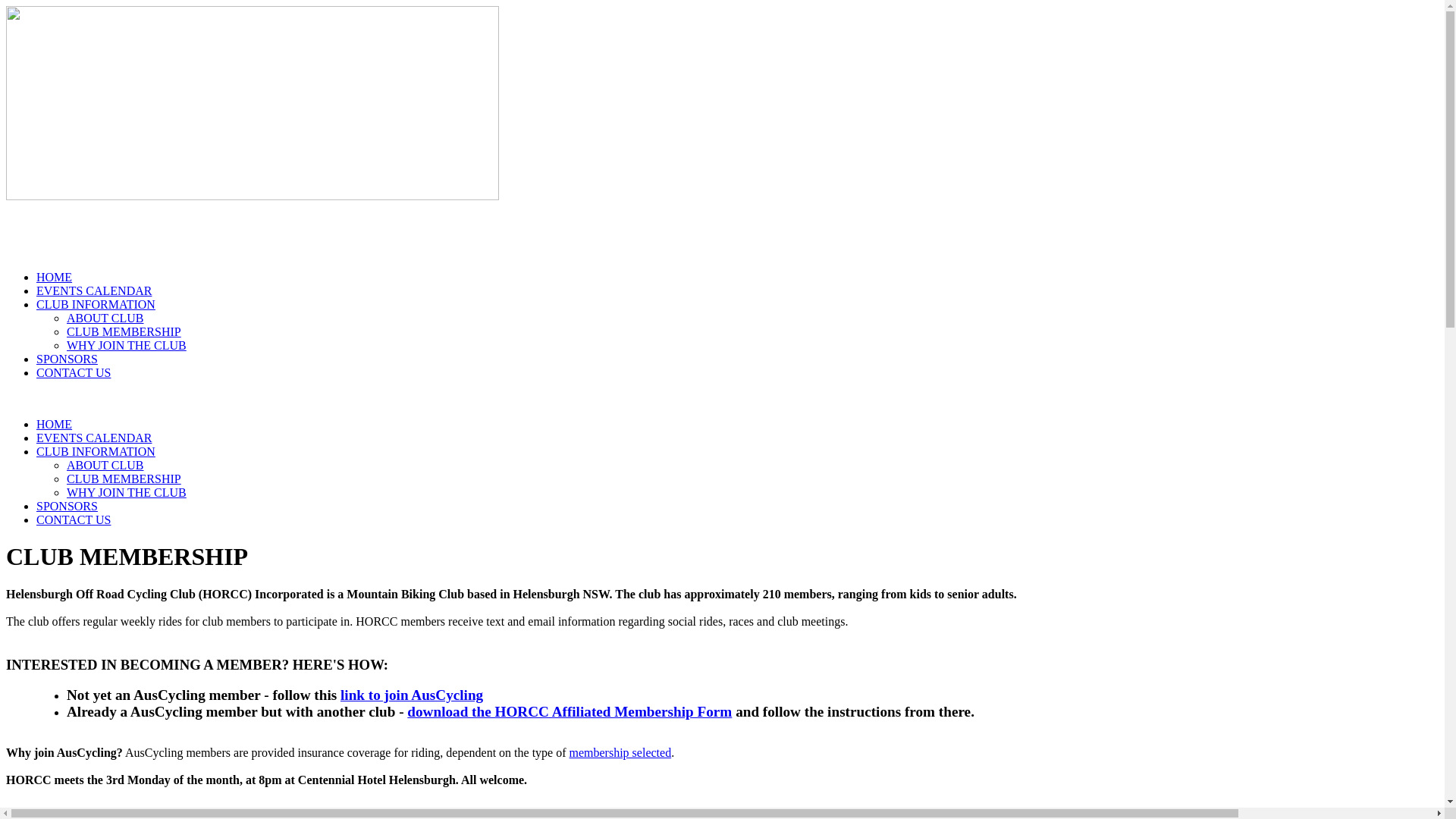 This screenshot has height=819, width=1456. Describe the element at coordinates (66, 359) in the screenshot. I see `'SPONSORS'` at that location.